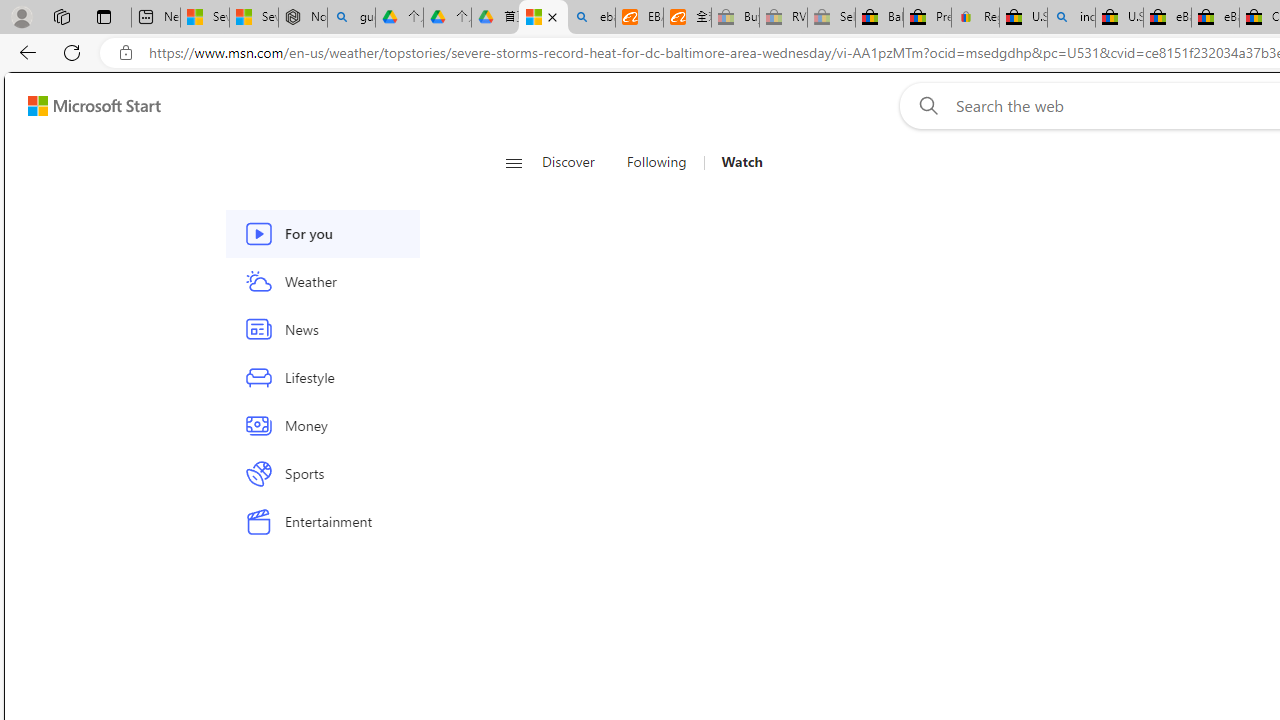  Describe the element at coordinates (351, 17) in the screenshot. I see `'guge yunpan - Search'` at that location.